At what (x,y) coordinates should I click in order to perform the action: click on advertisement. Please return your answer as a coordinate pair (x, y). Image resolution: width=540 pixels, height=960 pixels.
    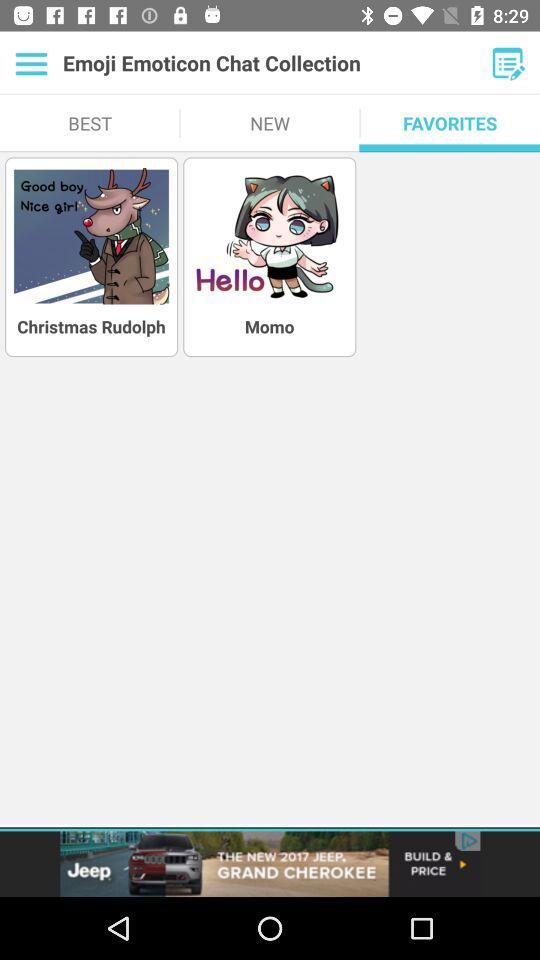
    Looking at the image, I should click on (270, 863).